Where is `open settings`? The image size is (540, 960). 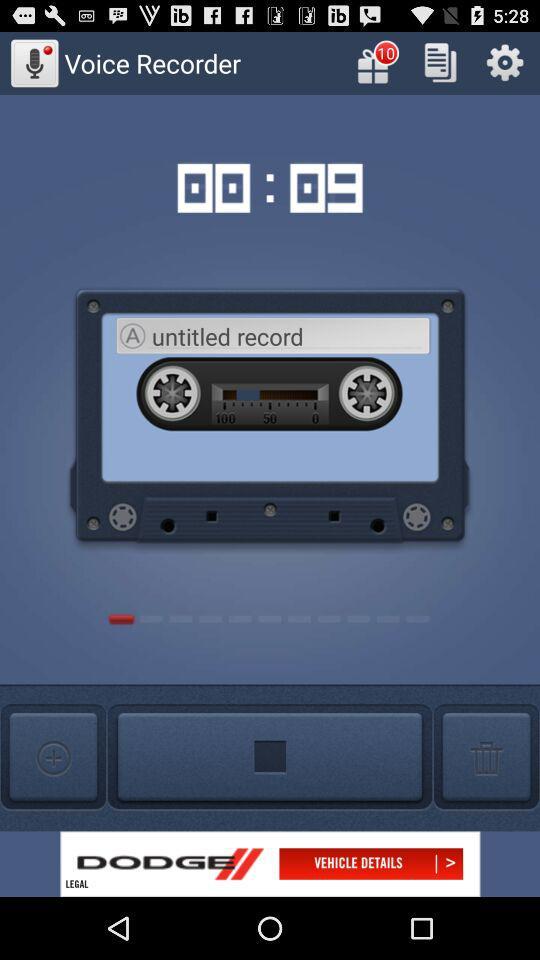
open settings is located at coordinates (504, 62).